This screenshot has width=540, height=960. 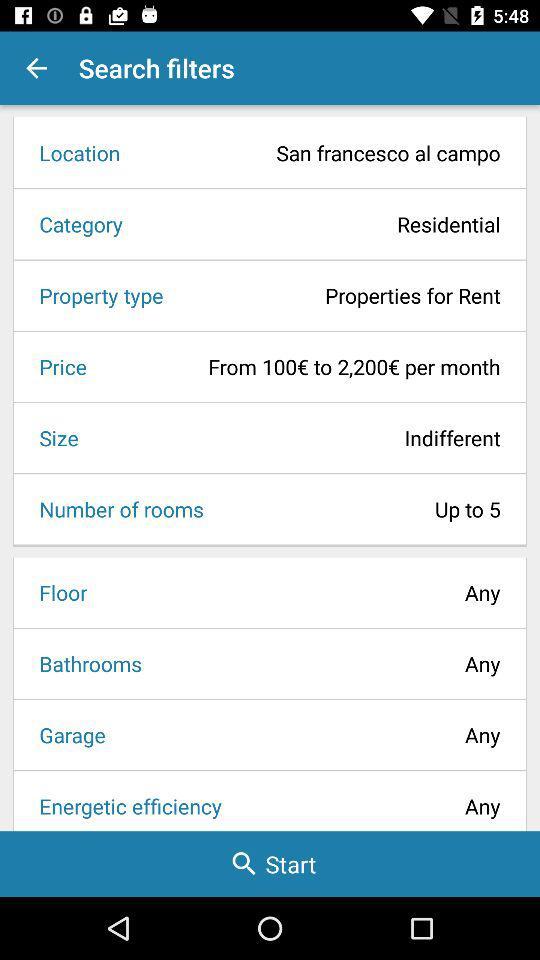 What do you see at coordinates (36, 68) in the screenshot?
I see `the app to the left of the search filters item` at bounding box center [36, 68].